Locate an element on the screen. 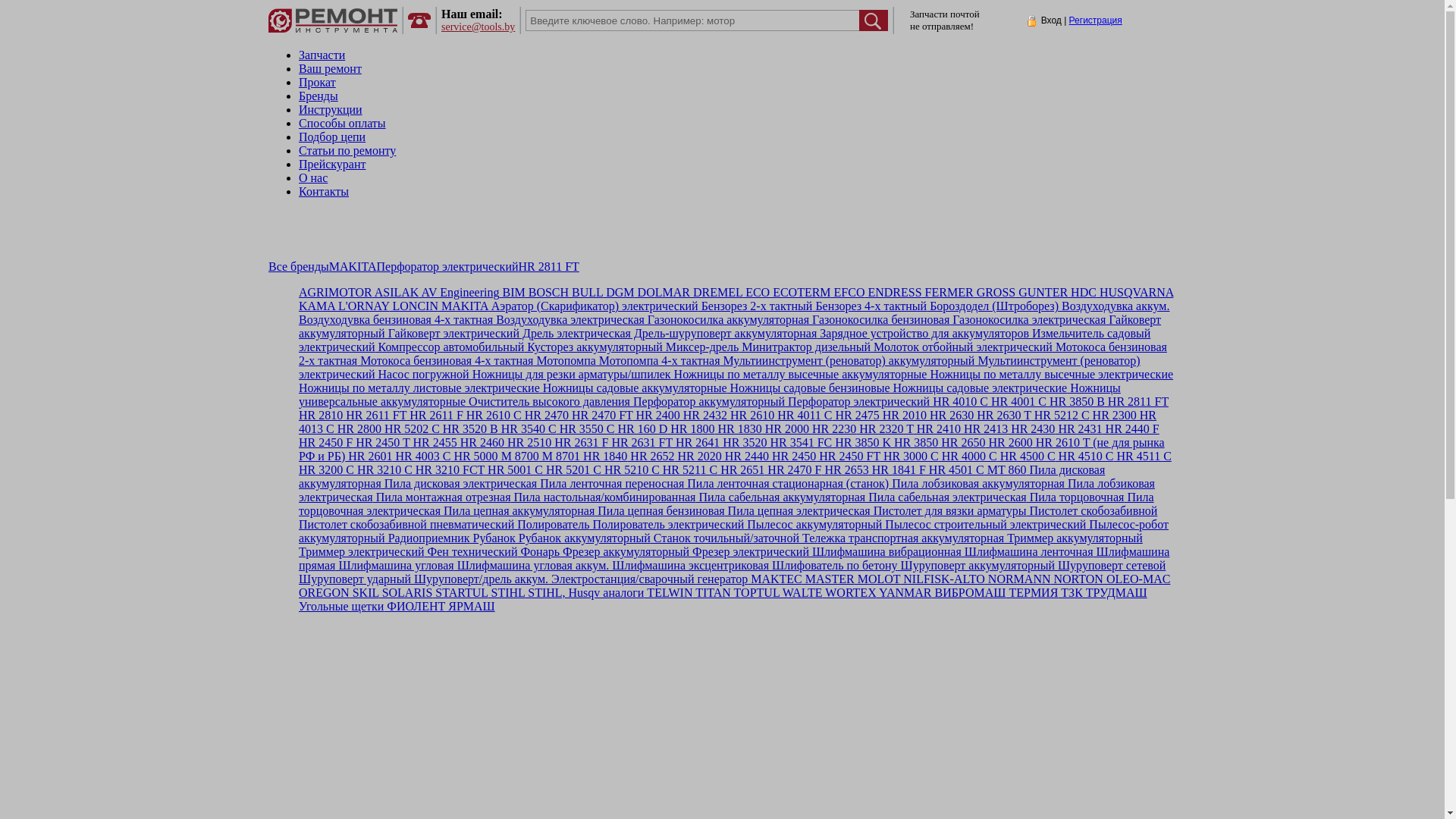 Image resolution: width=1456 pixels, height=819 pixels. 'BULL' is located at coordinates (567, 292).